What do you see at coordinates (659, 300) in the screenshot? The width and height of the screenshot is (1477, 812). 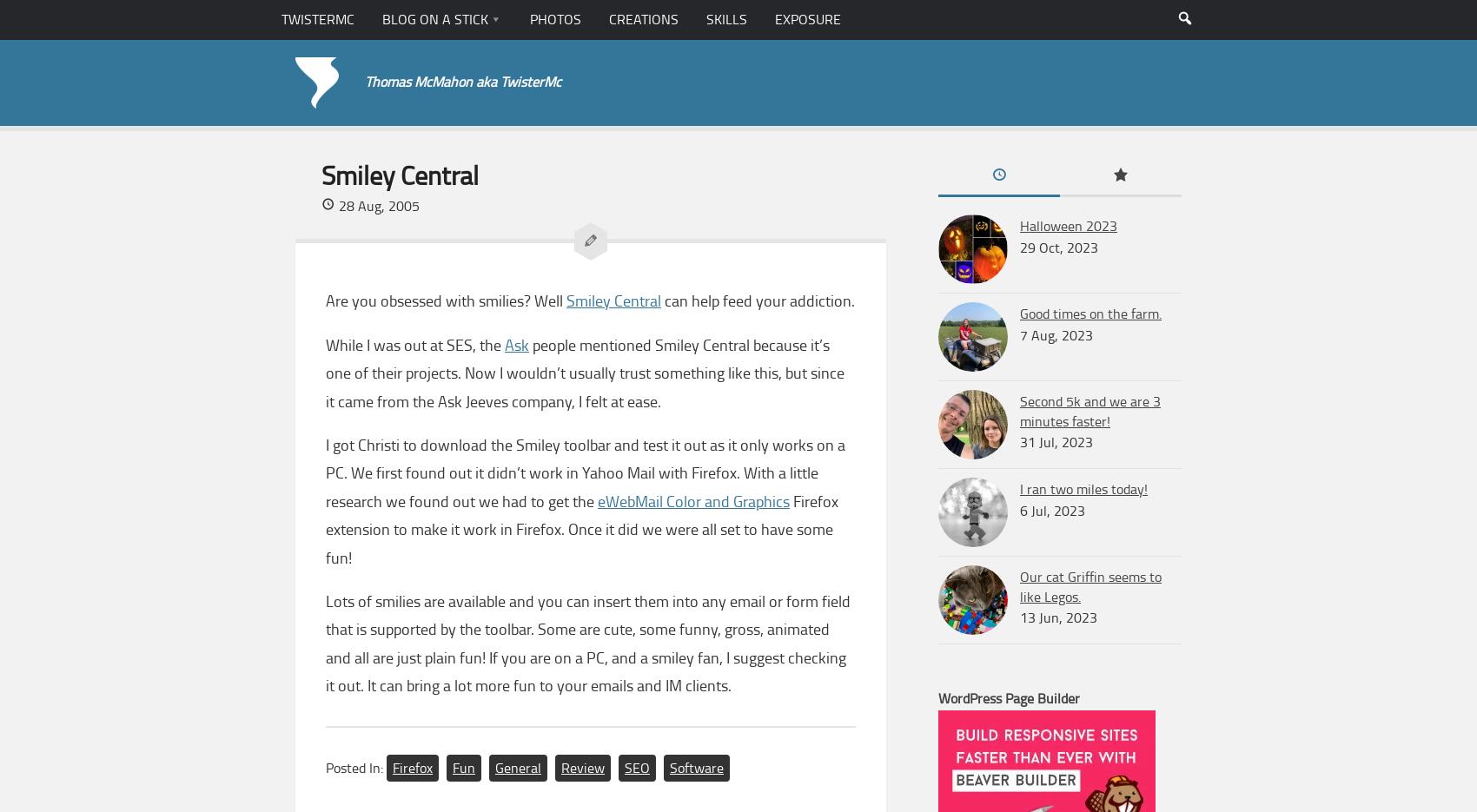 I see `'can help feed your addiction.'` at bounding box center [659, 300].